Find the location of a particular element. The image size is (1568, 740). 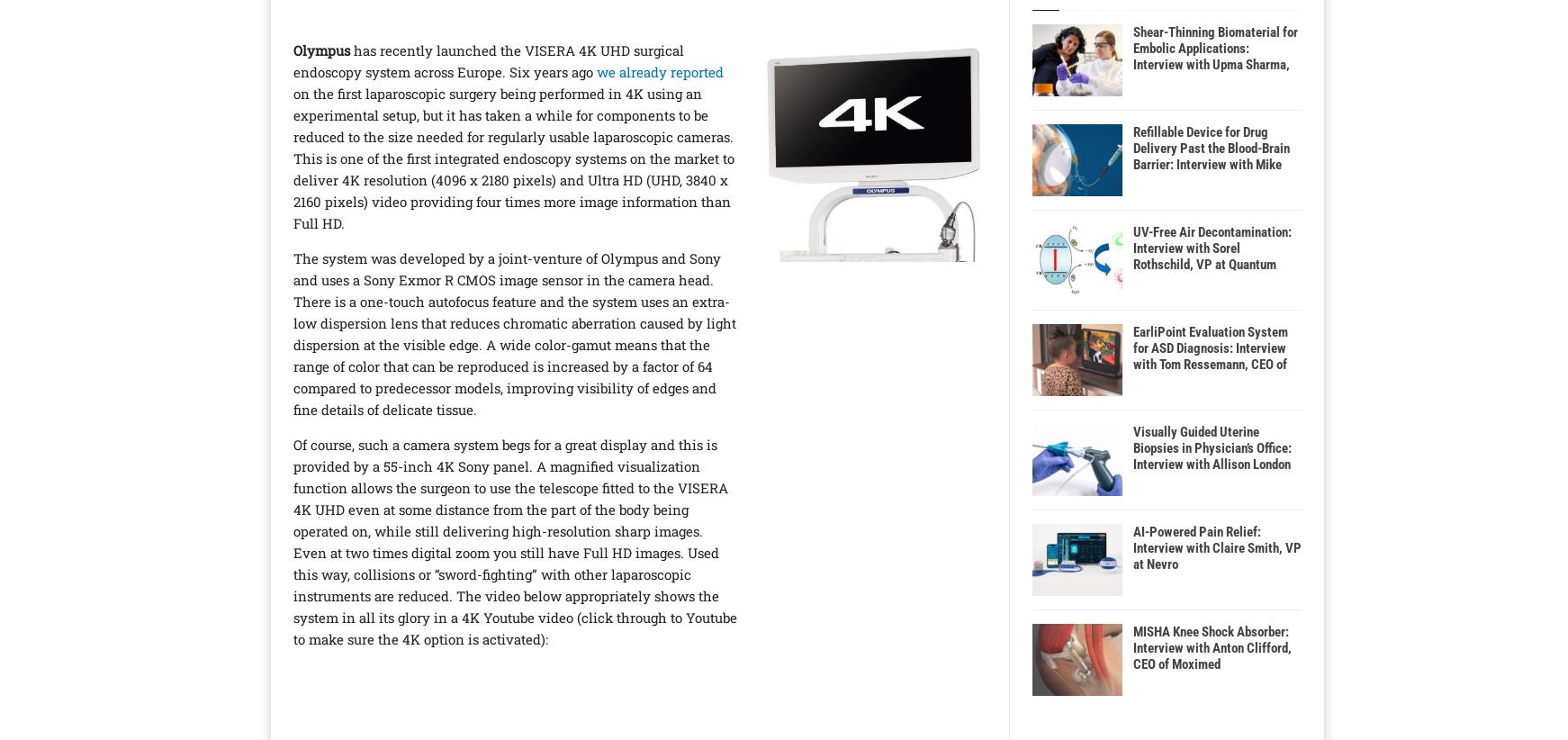

'has recently launched the VISERA 4K UHD surgical endoscopy system across Europe. Six years ago' is located at coordinates (488, 60).